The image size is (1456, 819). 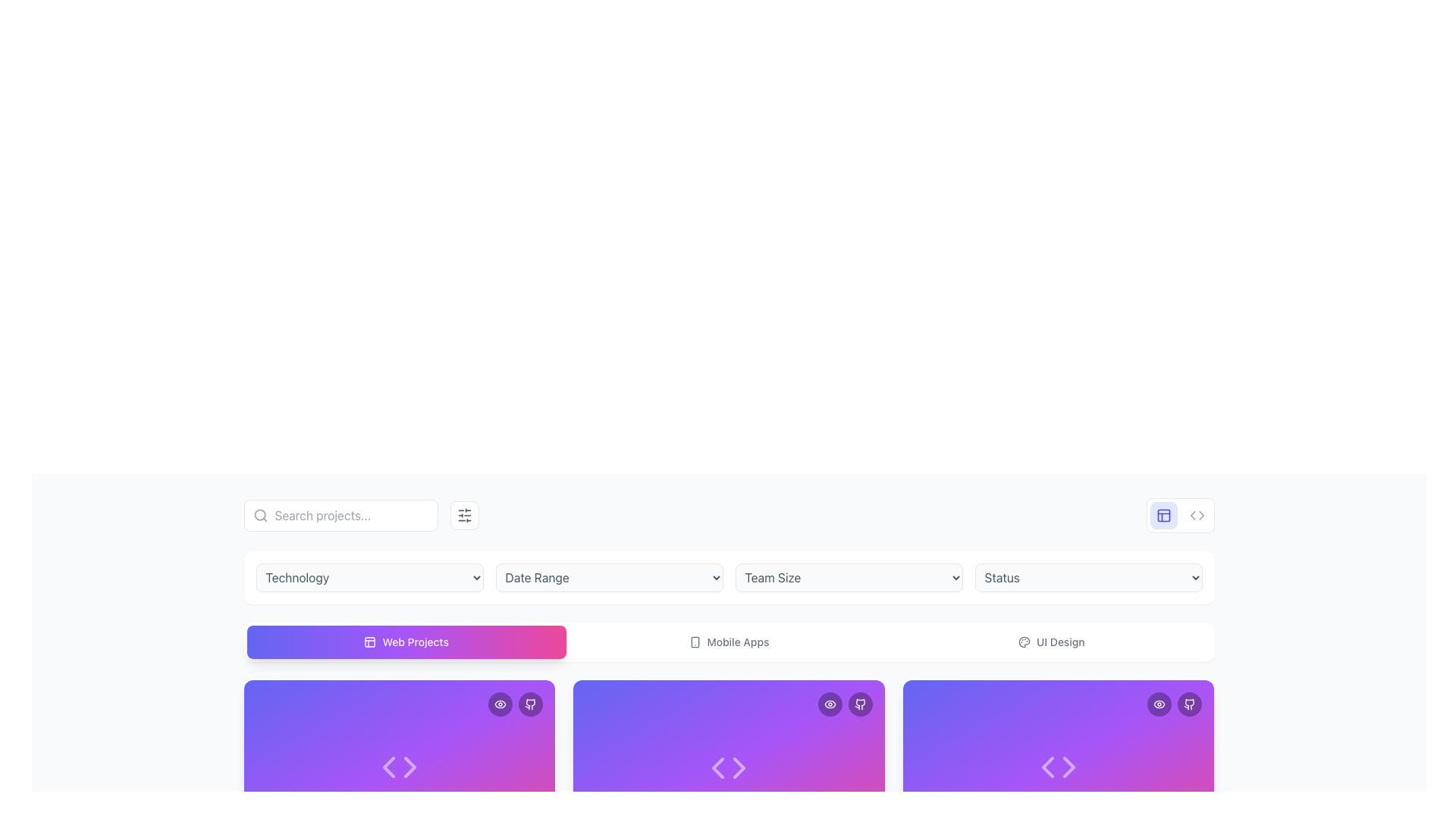 What do you see at coordinates (370, 642) in the screenshot?
I see `the small square shape with rounded corners located within the top-left corner panel layout icon in the top-right corner of the interface` at bounding box center [370, 642].